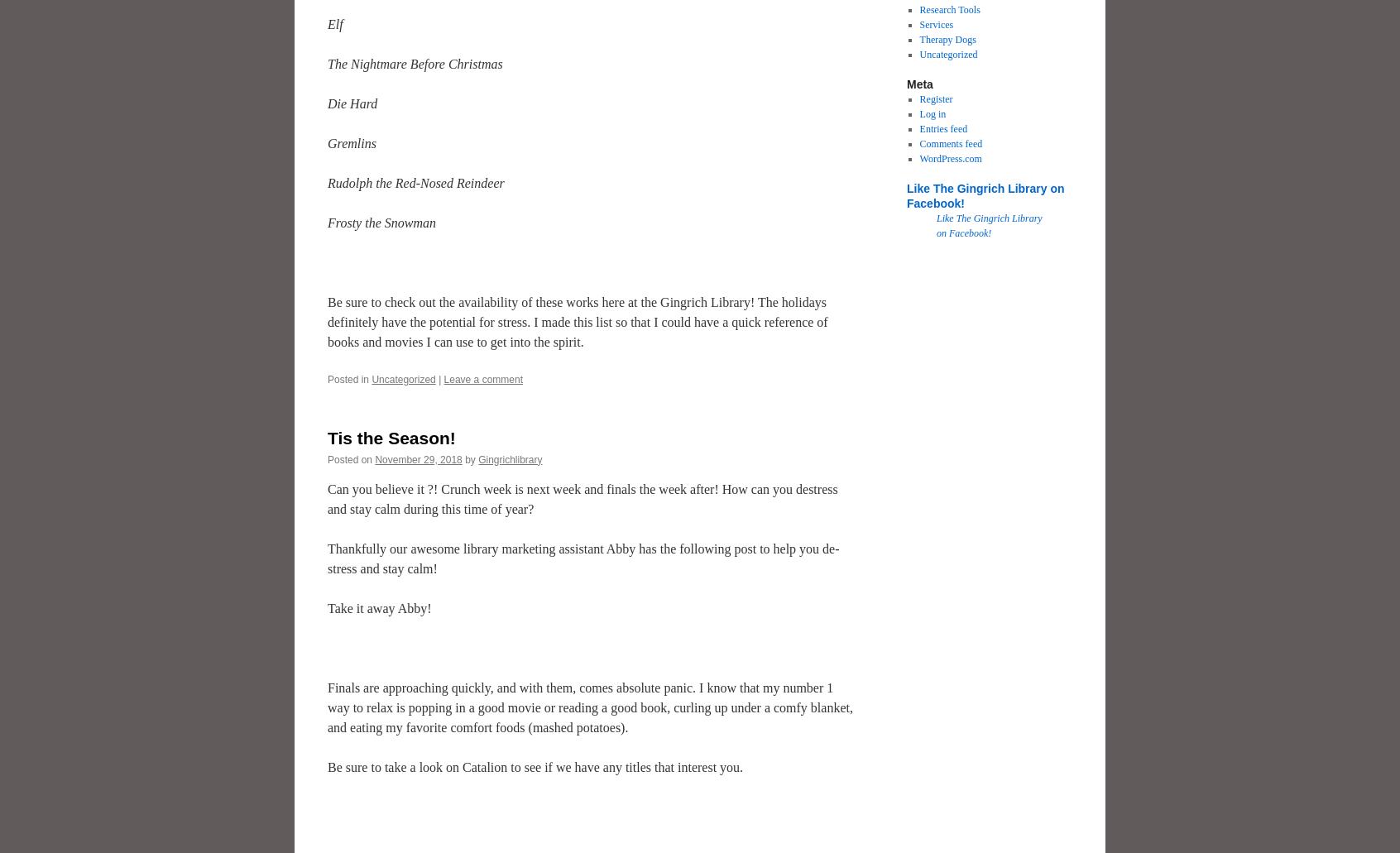 This screenshot has width=1400, height=853. Describe the element at coordinates (589, 707) in the screenshot. I see `'Finals are approaching quickly, and with them, comes absolute panic. I know that my number 1 way to relax is popping in a good movie or reading a good book, curling up under a comfy blanket, and eating my favorite comfort foods (mashed potatoes).'` at that location.